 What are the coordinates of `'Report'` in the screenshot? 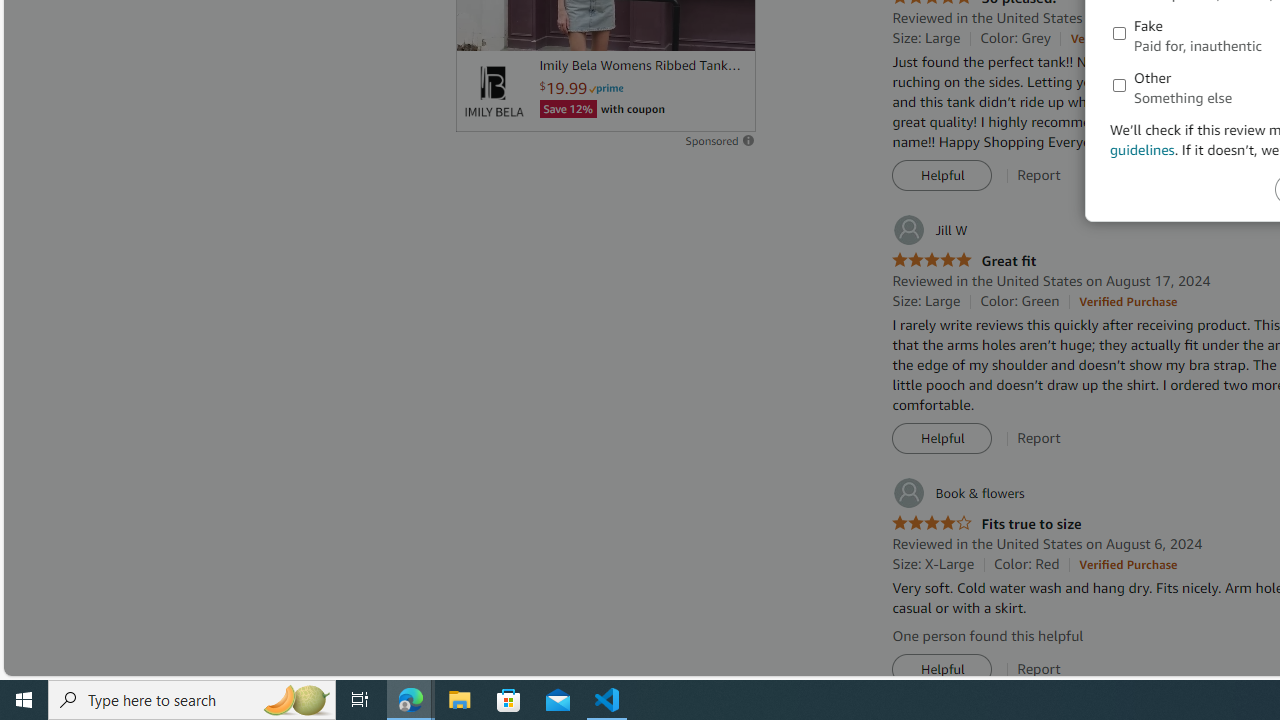 It's located at (1039, 669).